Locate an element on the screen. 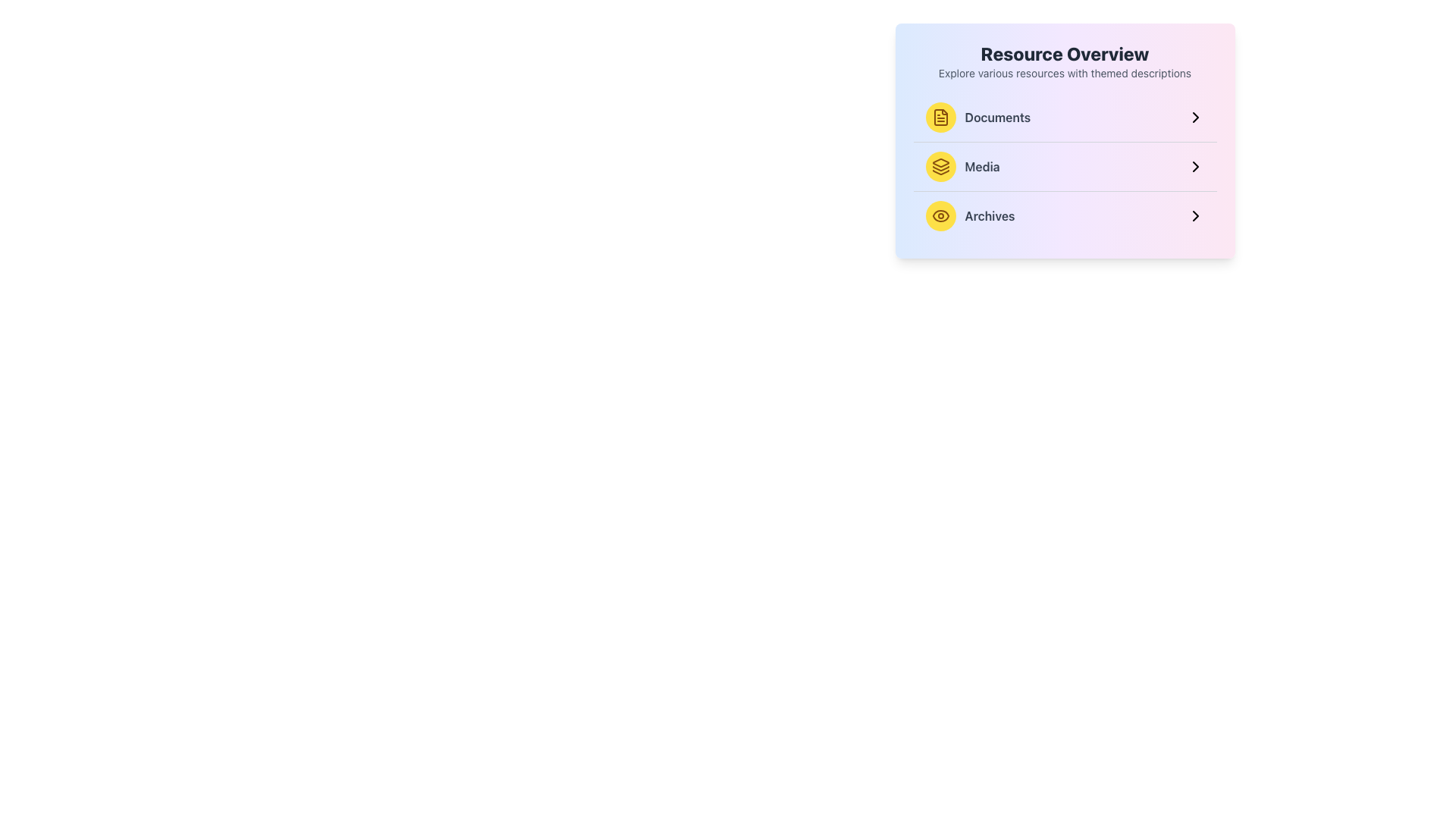 Image resolution: width=1456 pixels, height=819 pixels. the circular yellow icon with an eye symbol, located next to the 'Archives' text in the list of items is located at coordinates (940, 216).